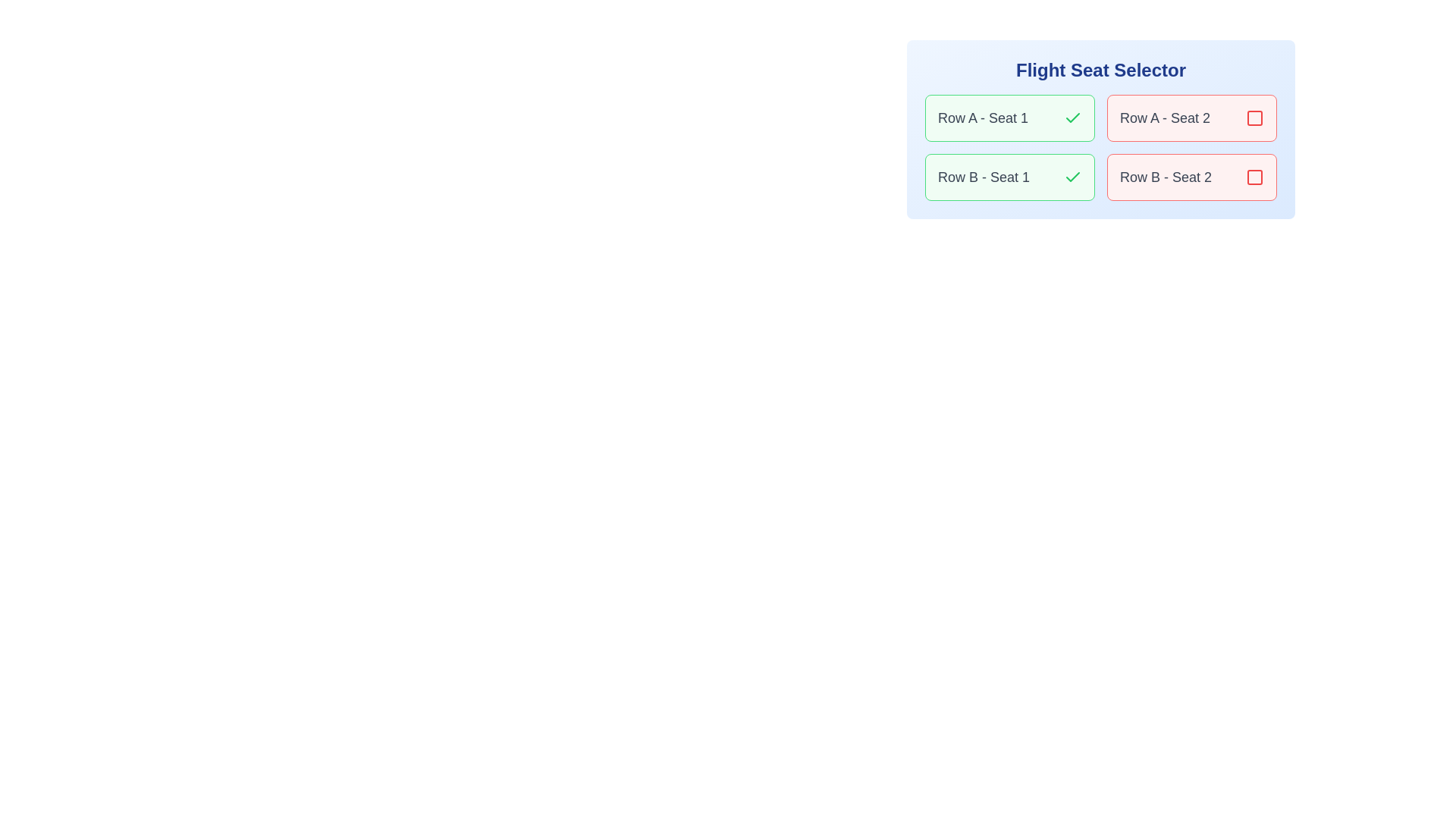 This screenshot has width=1456, height=819. What do you see at coordinates (1009, 117) in the screenshot?
I see `the selectable item with indicator for 'Row A - Seat 1', which features a light green background, a green border, and a green checkmark icon indicating its selection status` at bounding box center [1009, 117].